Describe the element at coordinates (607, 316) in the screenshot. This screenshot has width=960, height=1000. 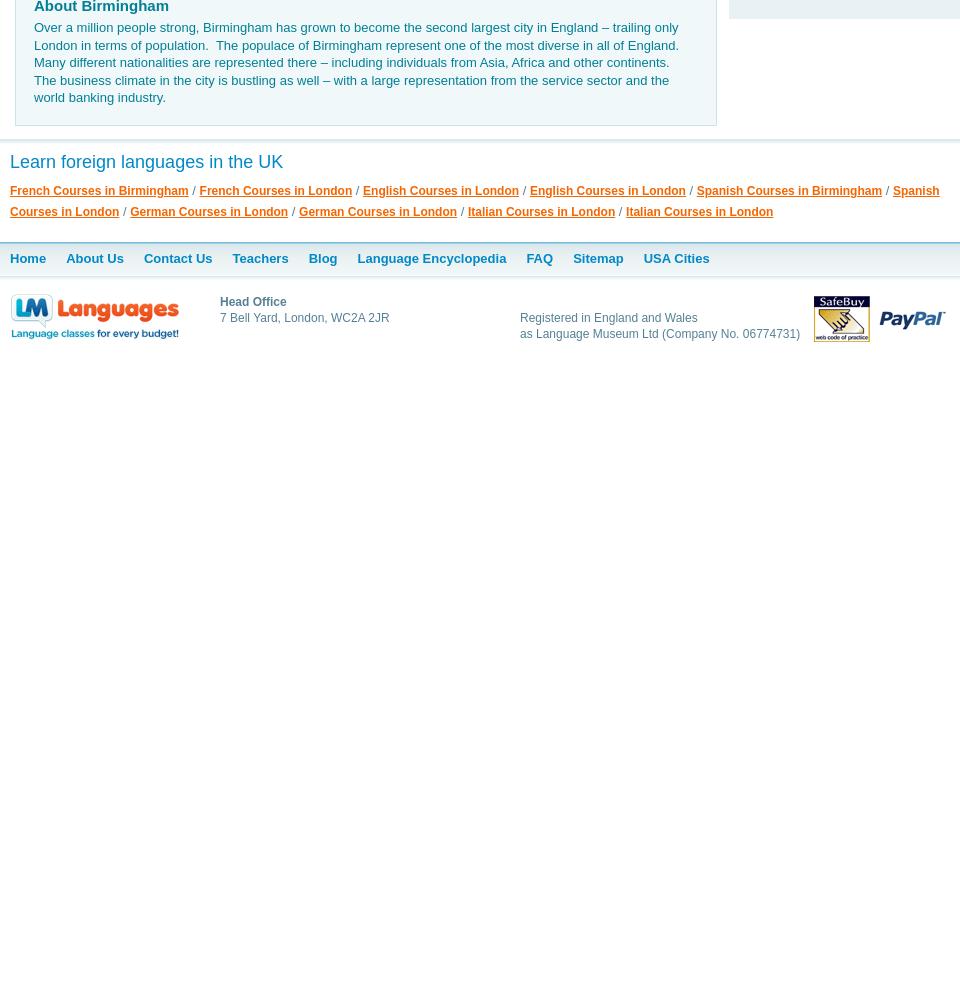
I see `'Registered in England
        and Wales'` at that location.